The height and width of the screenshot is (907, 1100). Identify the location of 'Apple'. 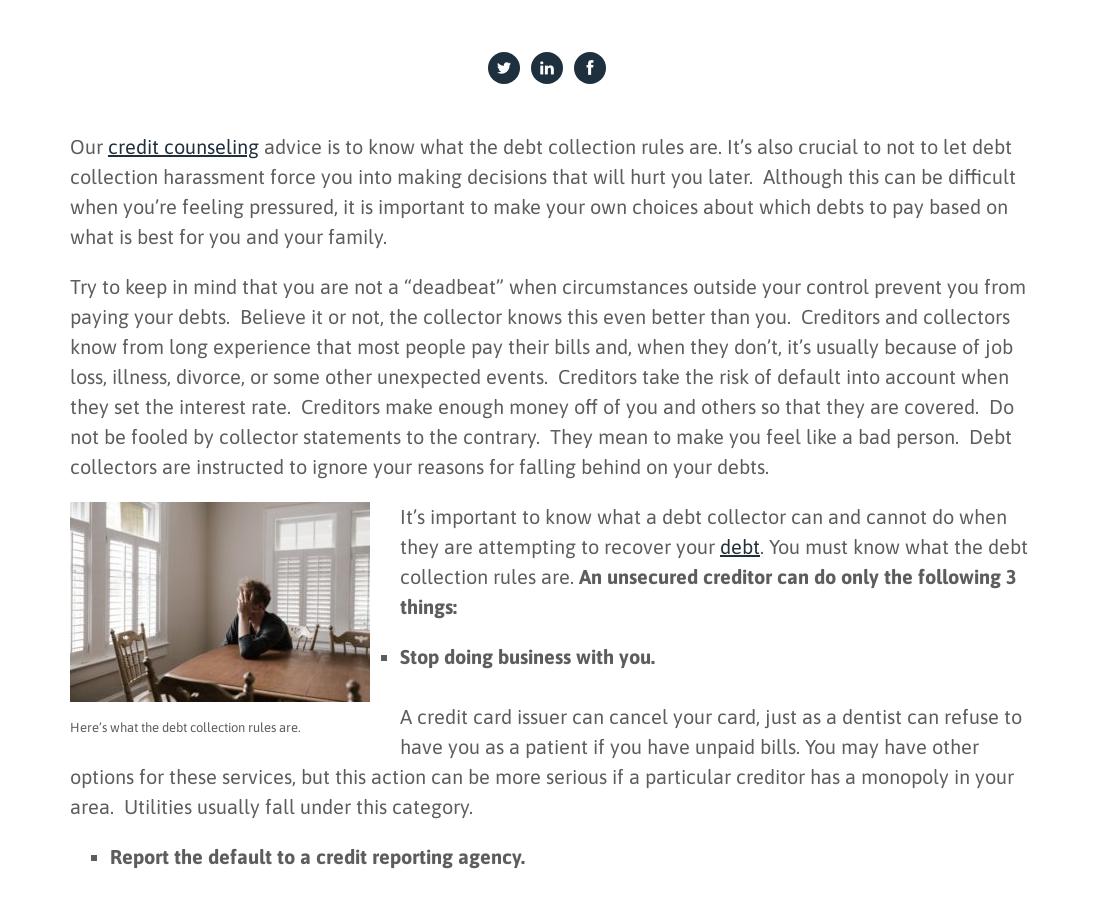
(935, 308).